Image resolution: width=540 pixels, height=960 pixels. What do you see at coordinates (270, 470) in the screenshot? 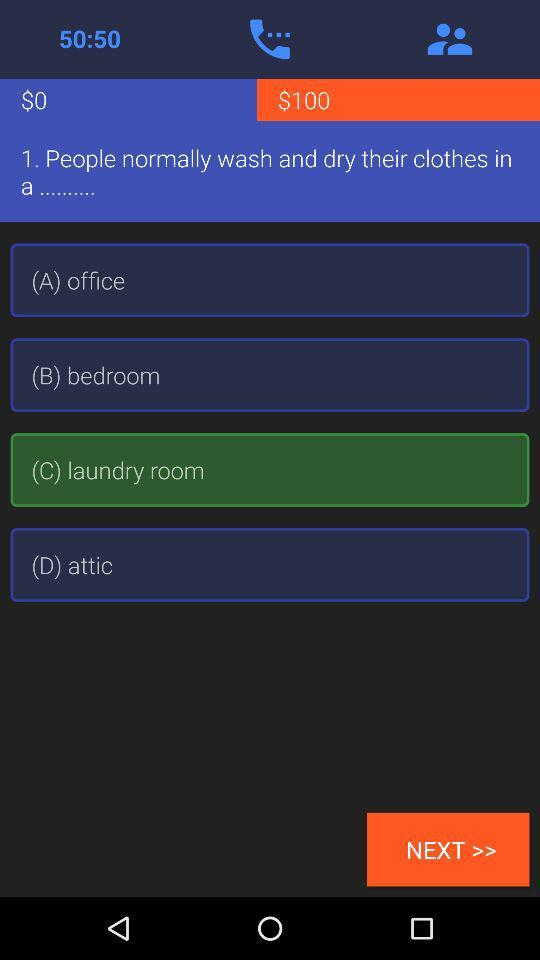
I see `the icon below (b) bedroom app` at bounding box center [270, 470].